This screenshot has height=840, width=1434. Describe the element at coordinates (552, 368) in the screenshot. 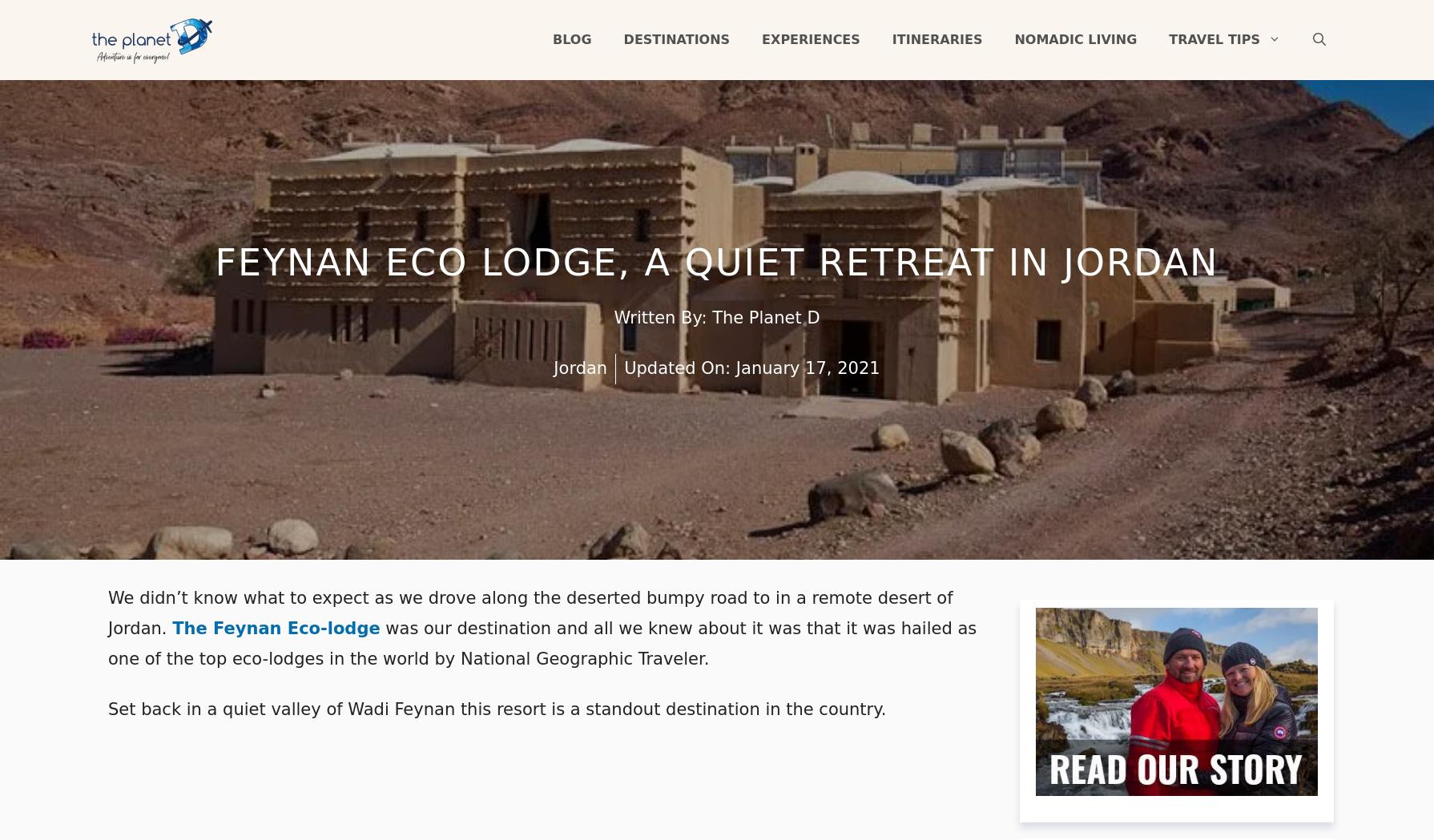

I see `'Jordan'` at that location.